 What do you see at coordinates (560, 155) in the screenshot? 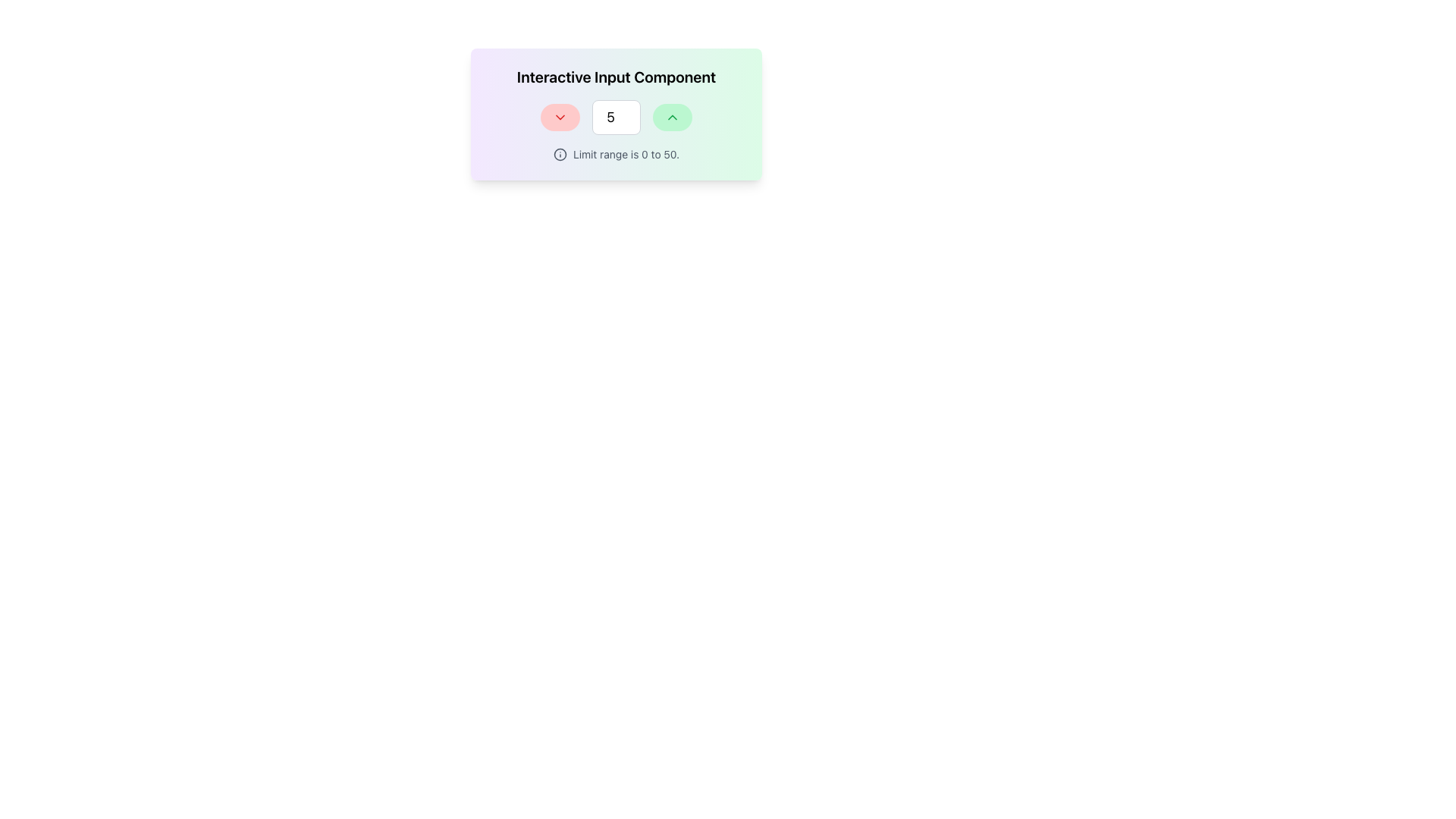
I see `the circular part of the SVG graphic that is part of a structured information icon, used to denote a warning or message` at bounding box center [560, 155].